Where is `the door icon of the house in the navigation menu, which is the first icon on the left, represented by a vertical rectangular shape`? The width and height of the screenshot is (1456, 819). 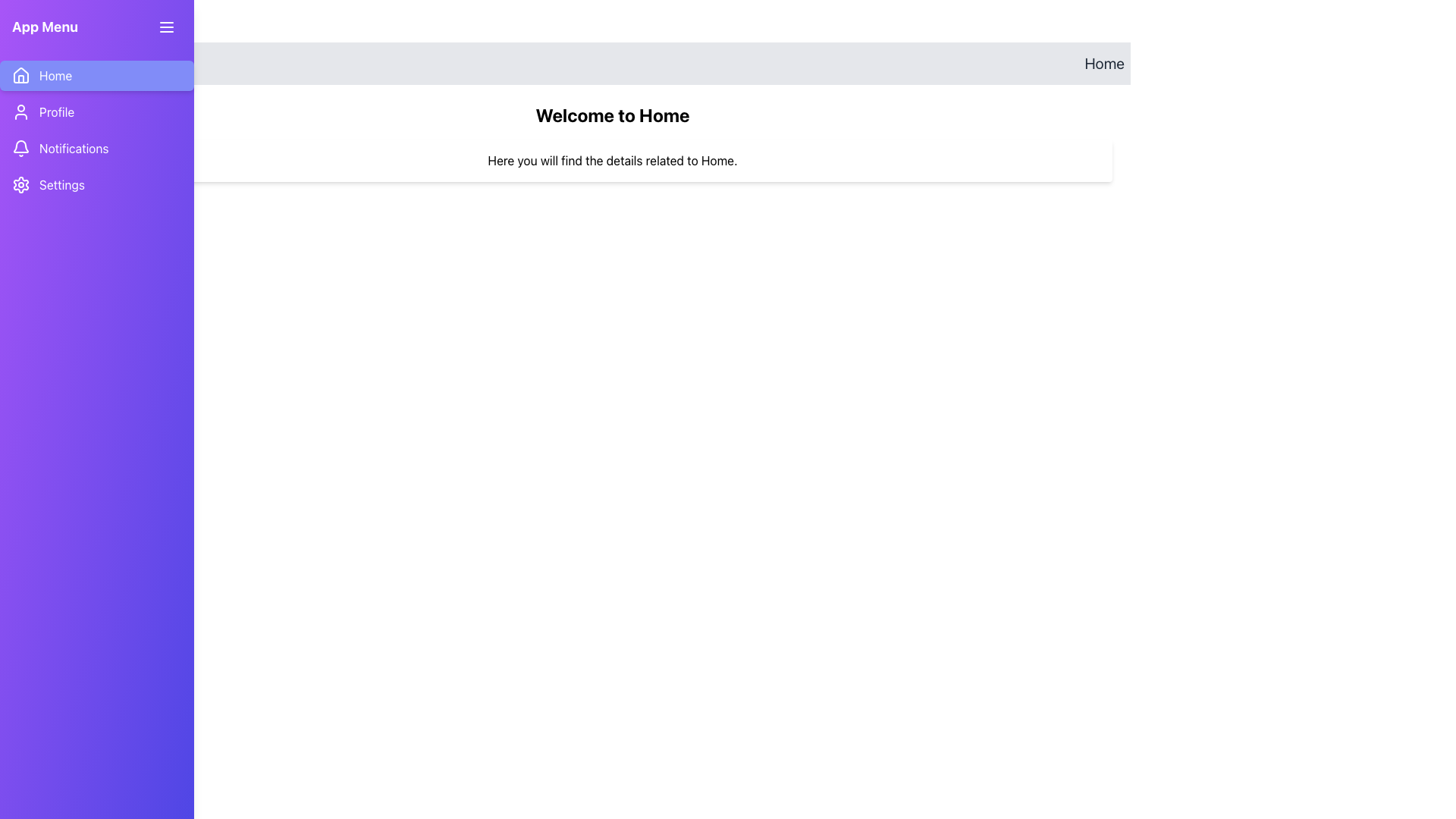 the door icon of the house in the navigation menu, which is the first icon on the left, represented by a vertical rectangular shape is located at coordinates (21, 79).